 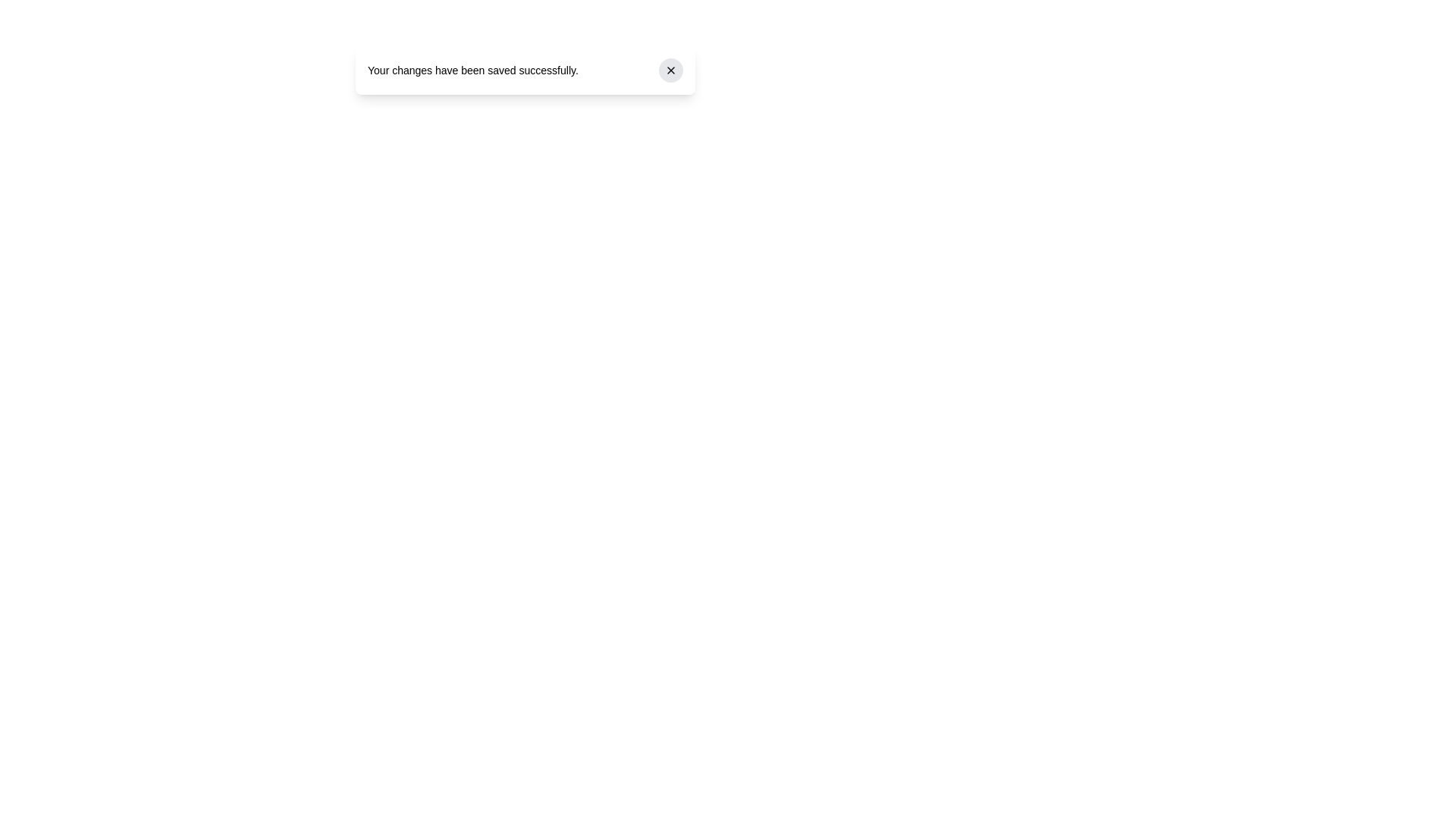 I want to click on the success message text that indicates changes have been successfully saved, located in the left-central portion of the notification box, so click(x=472, y=70).